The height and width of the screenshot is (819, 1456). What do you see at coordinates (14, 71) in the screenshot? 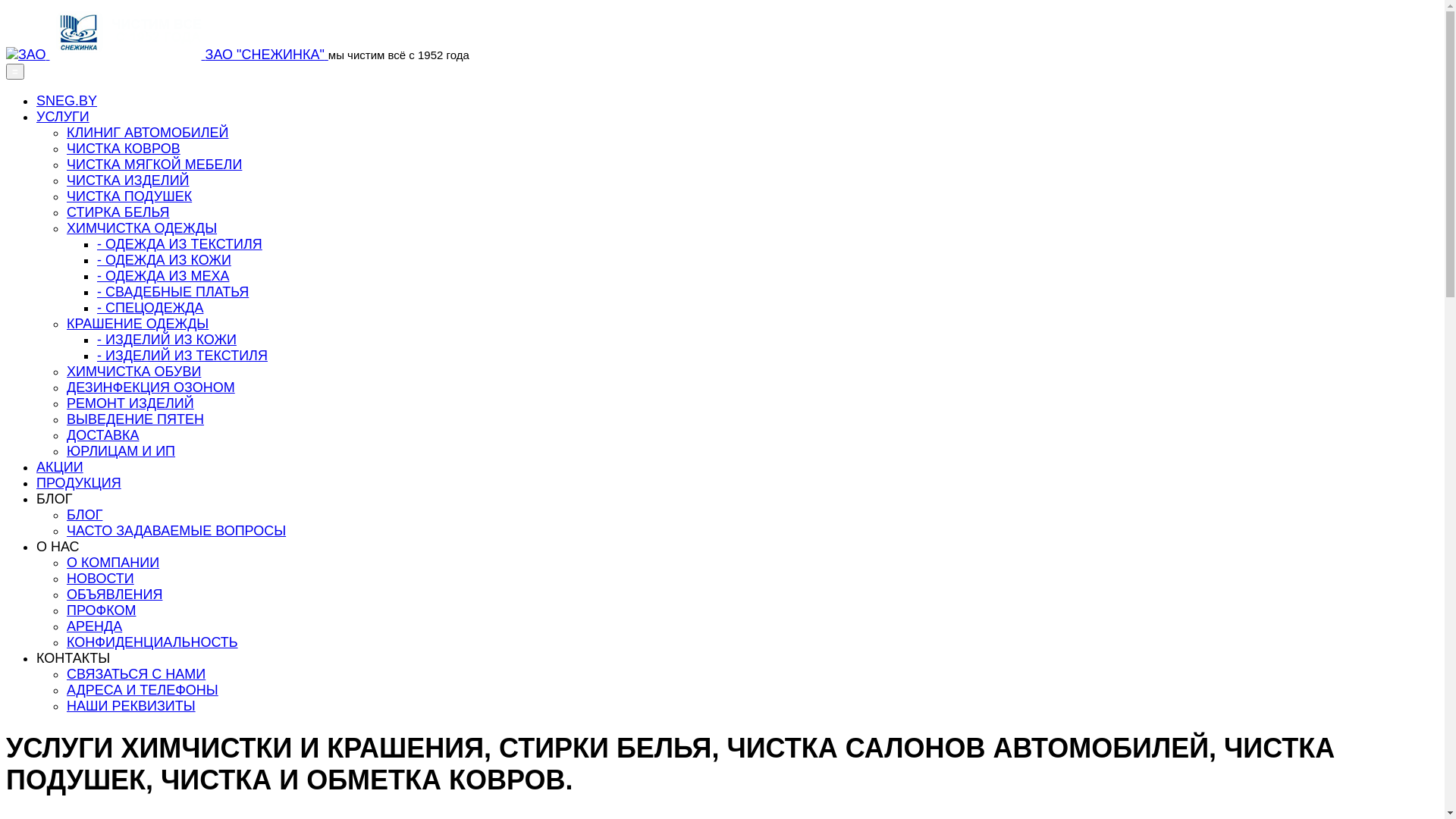
I see `'='` at bounding box center [14, 71].